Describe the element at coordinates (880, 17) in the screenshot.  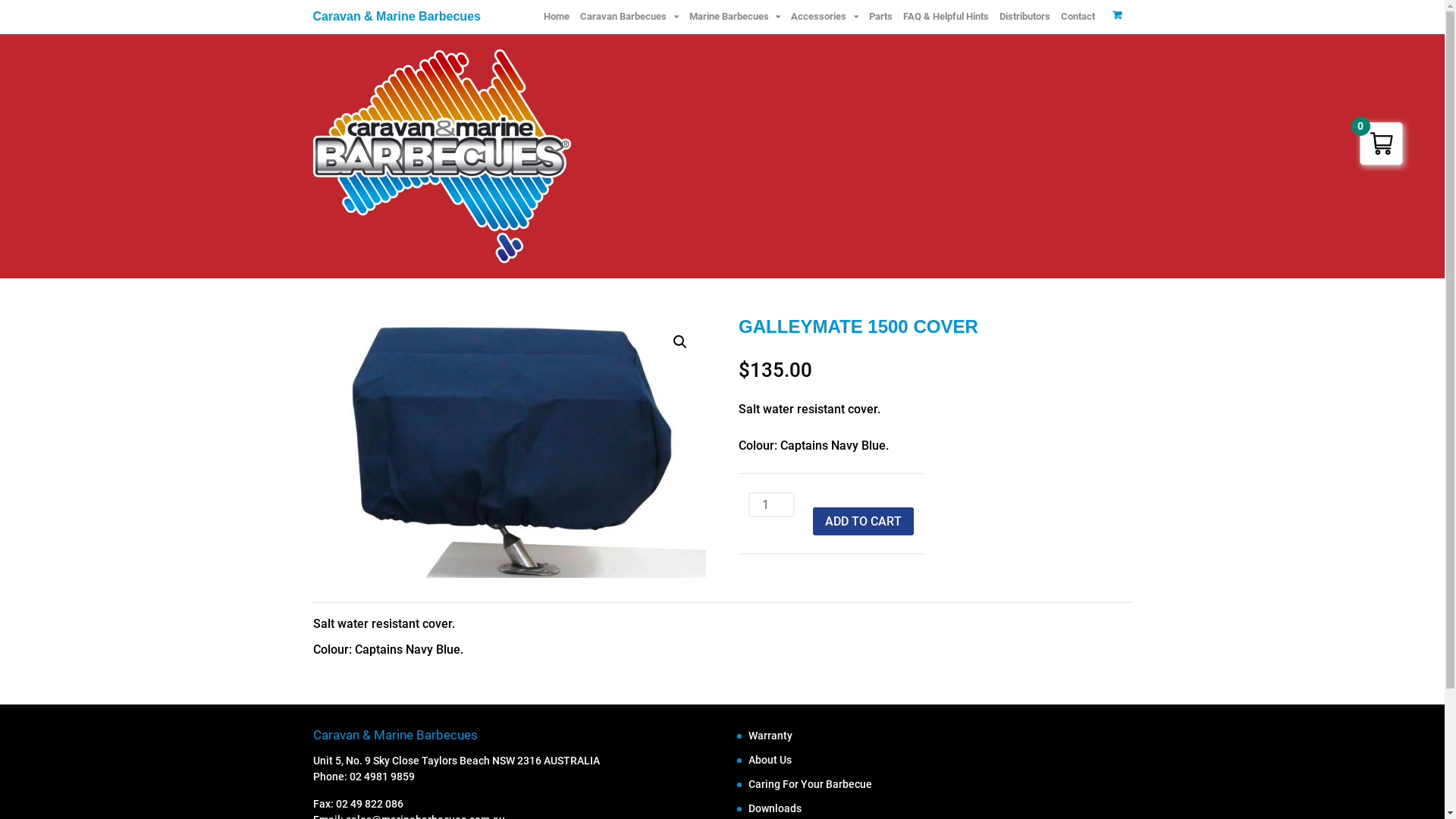
I see `'Parts'` at that location.